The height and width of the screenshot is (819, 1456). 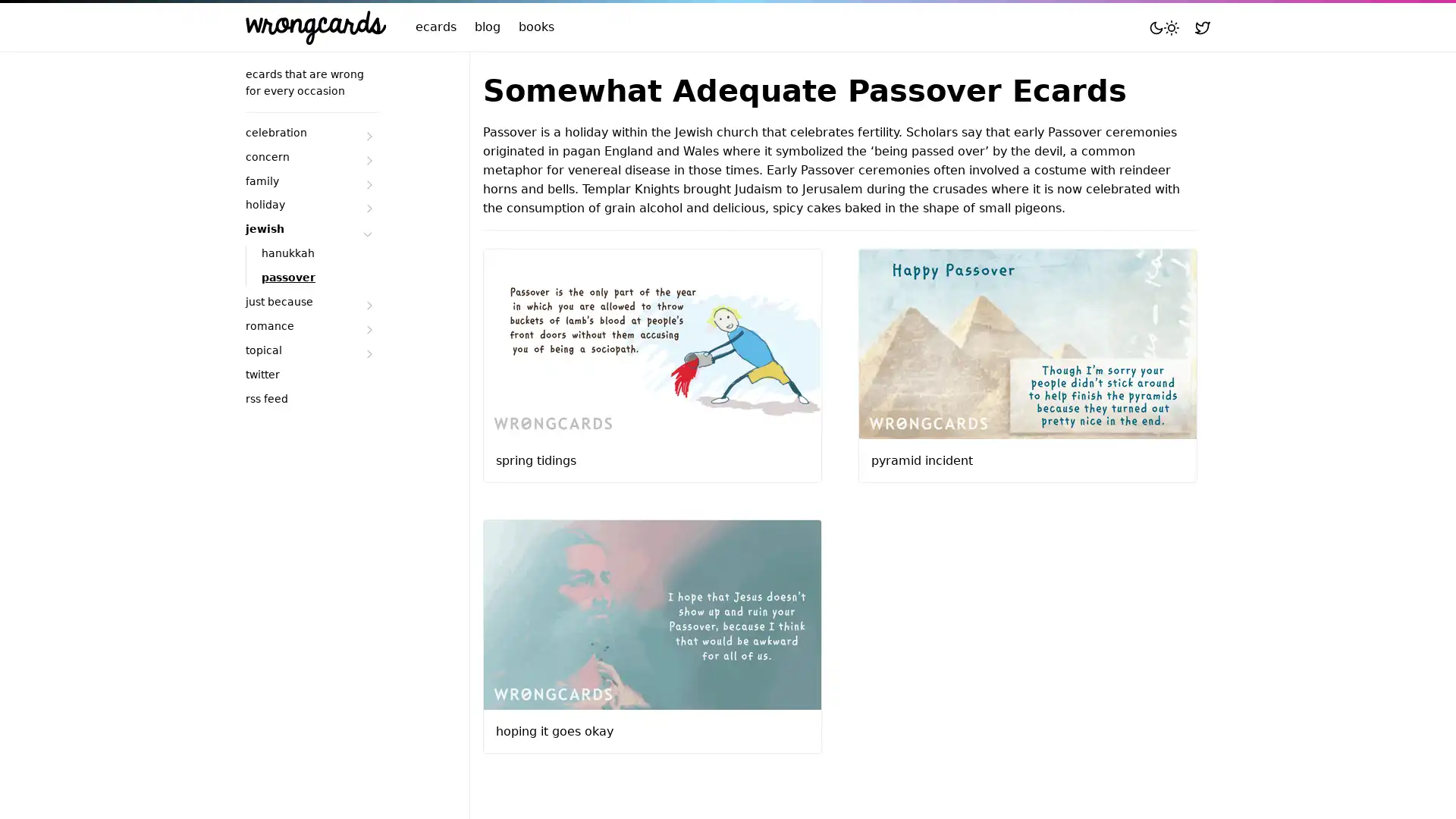 I want to click on Submenu, so click(x=367, y=160).